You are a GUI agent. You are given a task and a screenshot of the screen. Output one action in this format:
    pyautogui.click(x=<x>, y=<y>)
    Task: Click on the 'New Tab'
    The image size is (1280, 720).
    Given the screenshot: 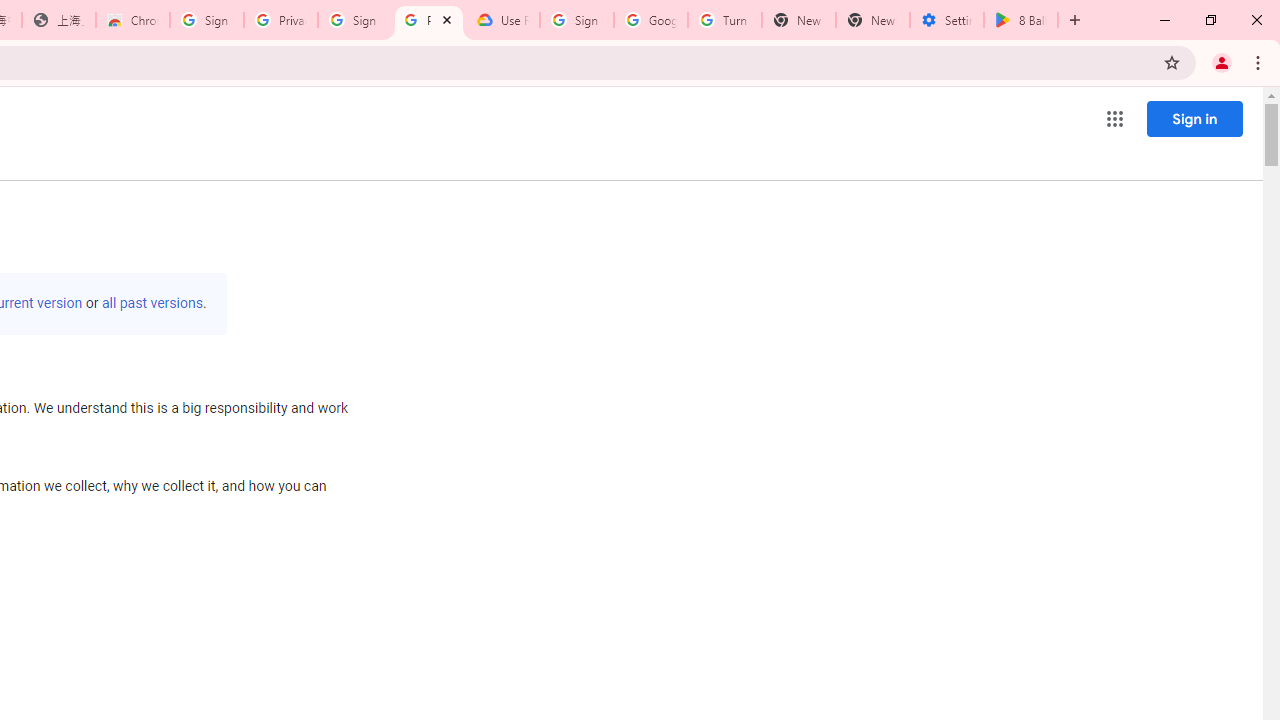 What is the action you would take?
    pyautogui.click(x=872, y=20)
    